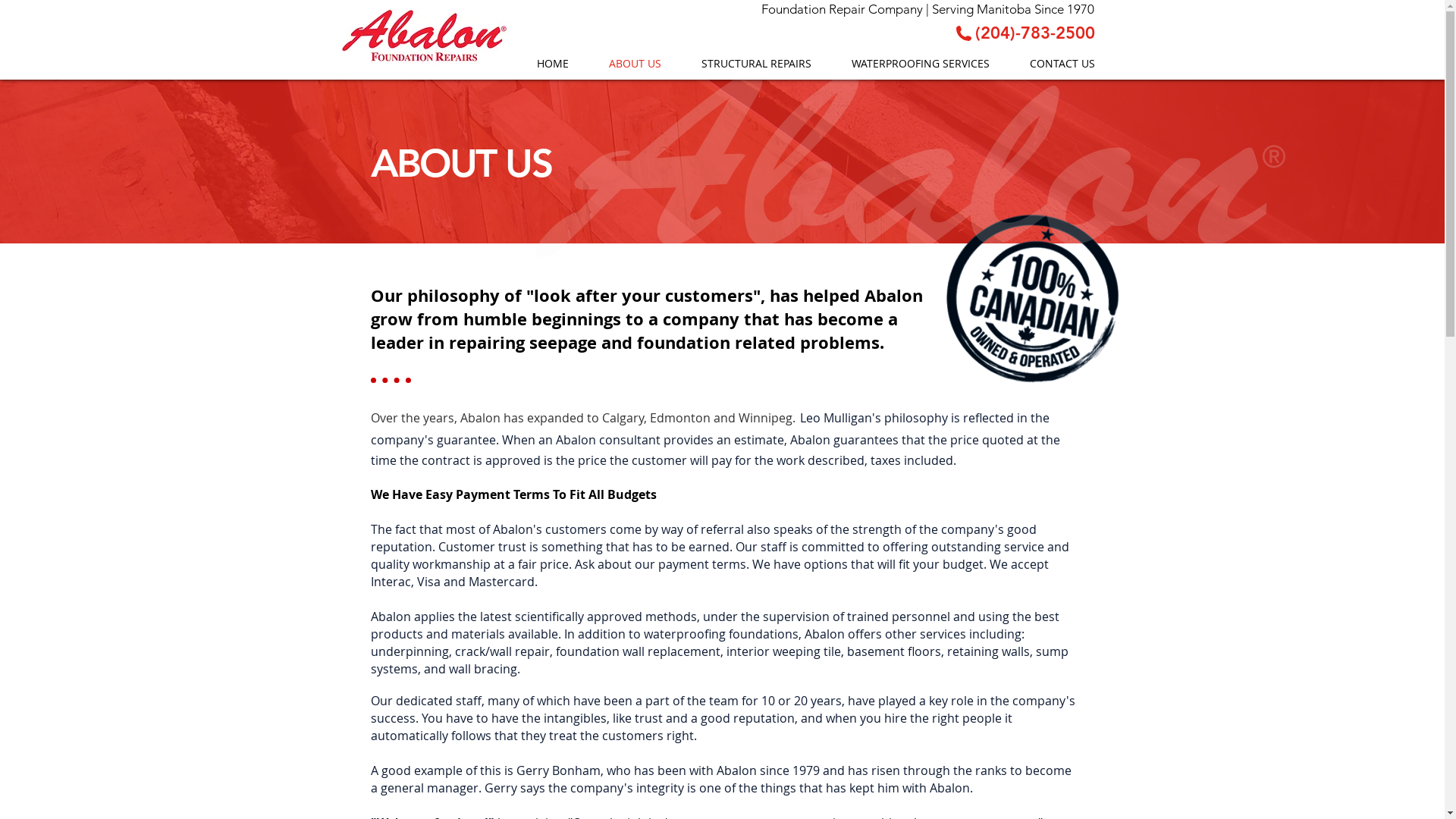  What do you see at coordinates (1007, 63) in the screenshot?
I see `'CONTACT US'` at bounding box center [1007, 63].